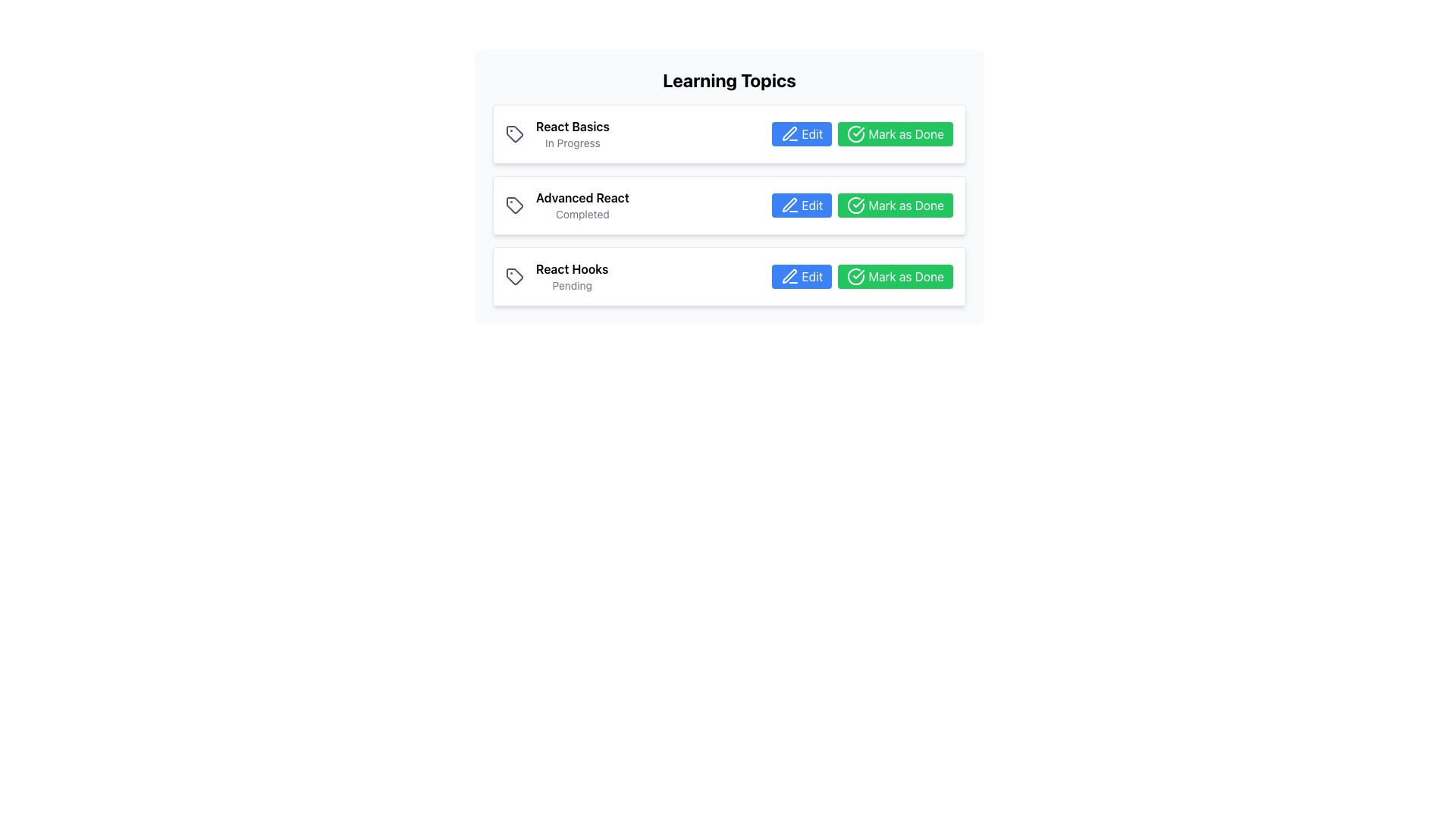 The image size is (1456, 819). Describe the element at coordinates (862, 205) in the screenshot. I see `the 'Edit' button on the composite UI element for the learning topic labeled 'Advanced React'` at that location.